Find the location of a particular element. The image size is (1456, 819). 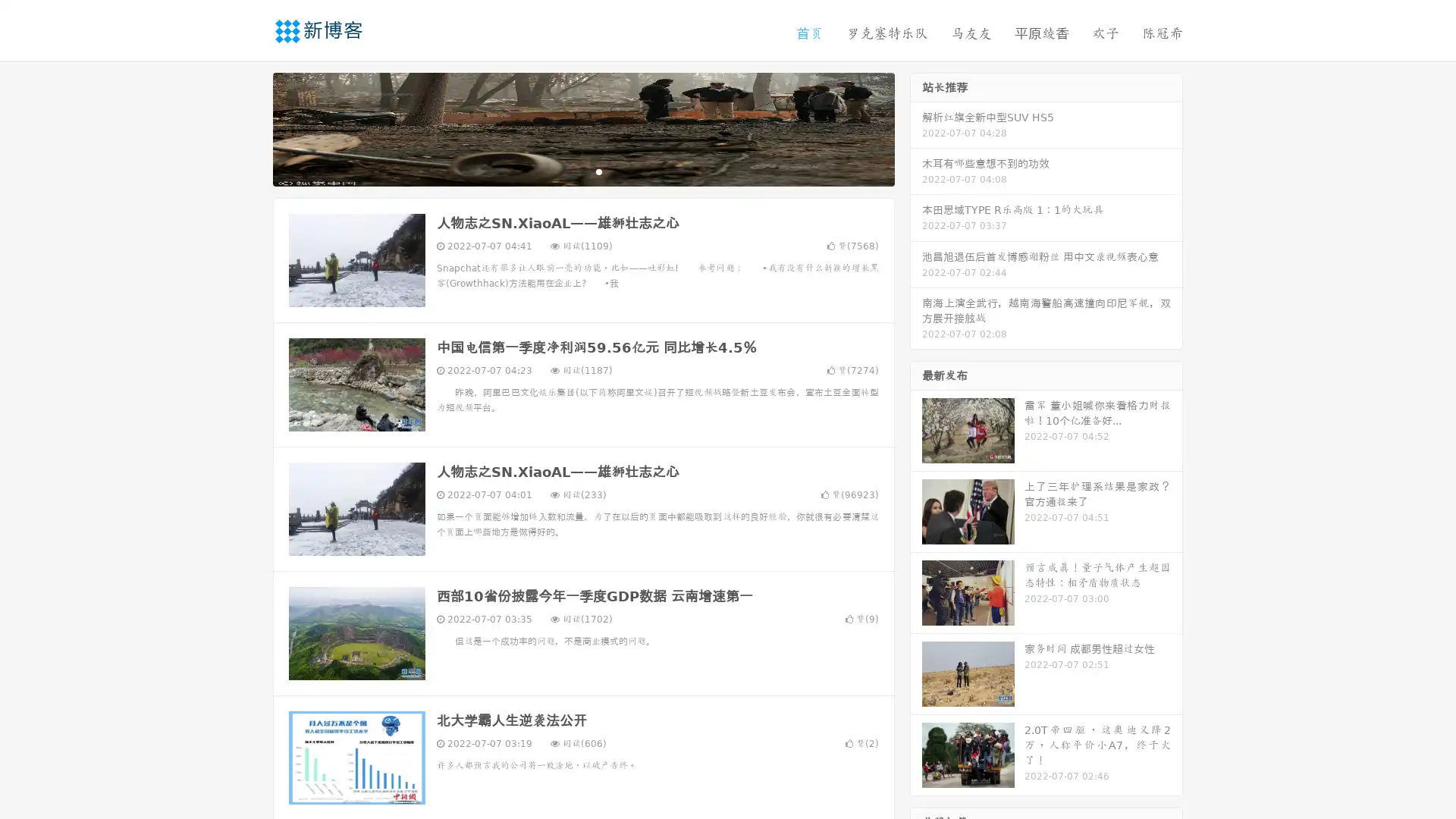

Go to slide 1 is located at coordinates (567, 171).